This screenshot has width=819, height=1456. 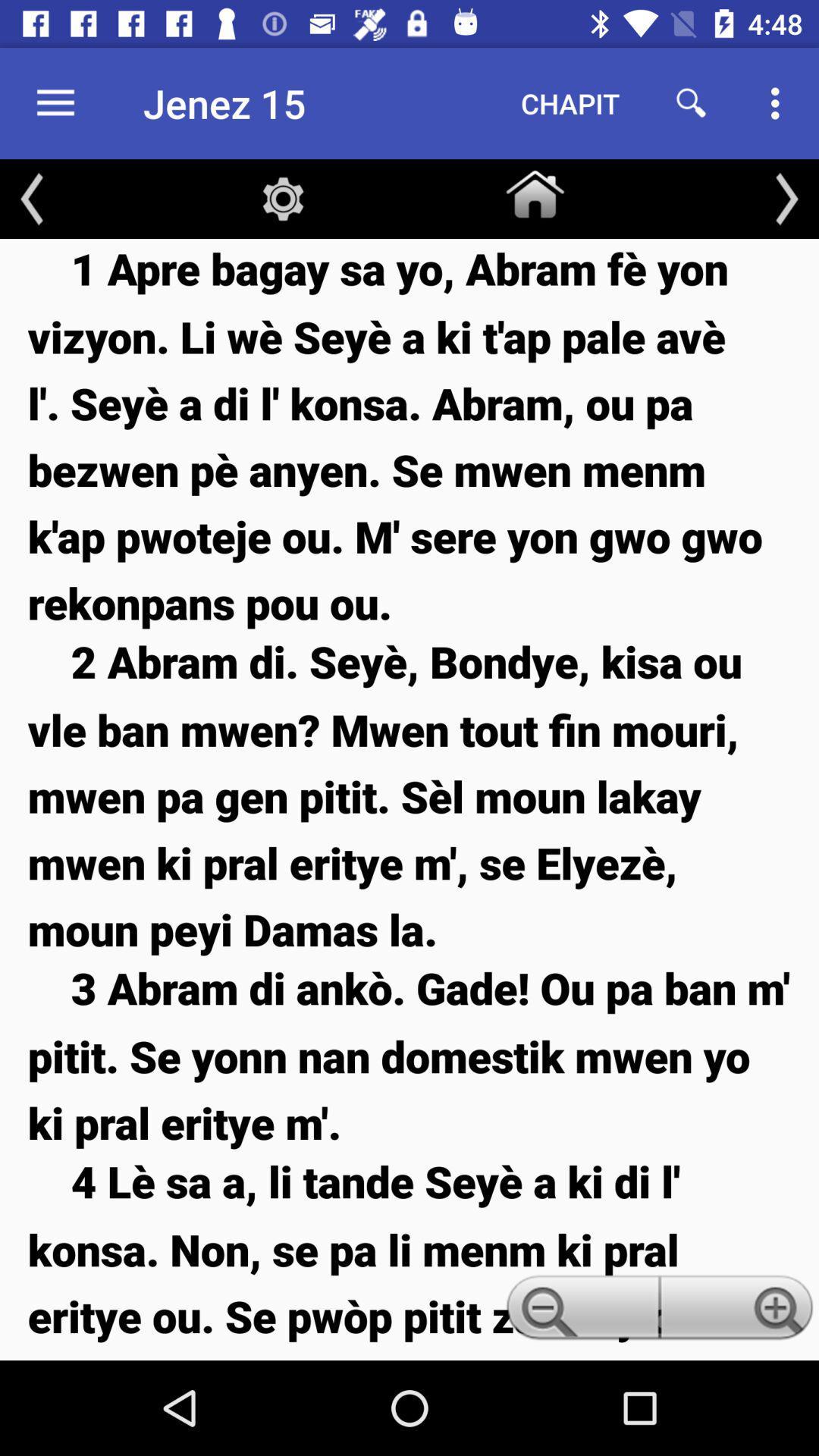 What do you see at coordinates (786, 198) in the screenshot?
I see `the arrow_forward icon` at bounding box center [786, 198].